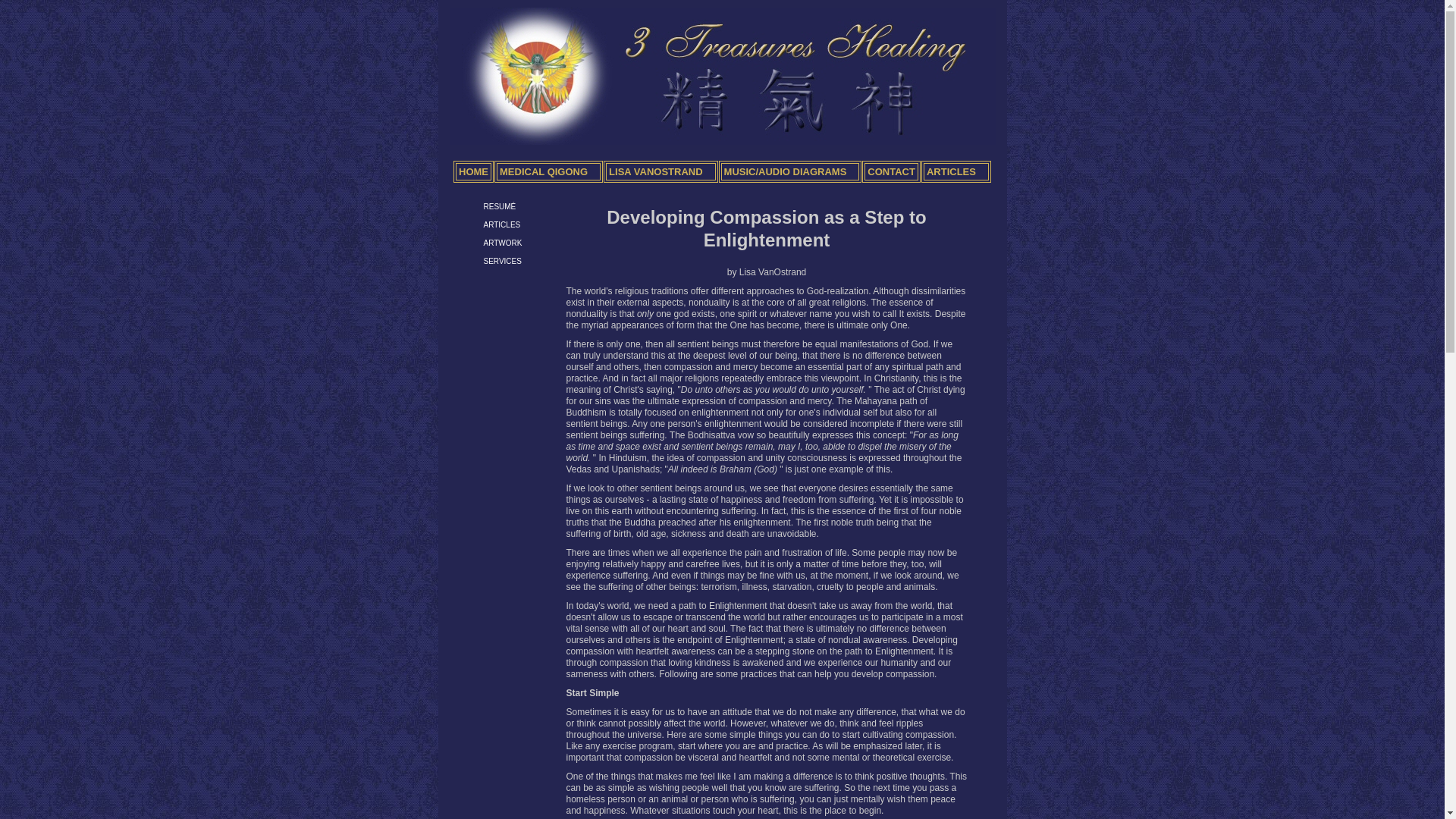 This screenshot has height=819, width=1456. Describe the element at coordinates (548, 171) in the screenshot. I see `'MEDICAL QIGONG'` at that location.